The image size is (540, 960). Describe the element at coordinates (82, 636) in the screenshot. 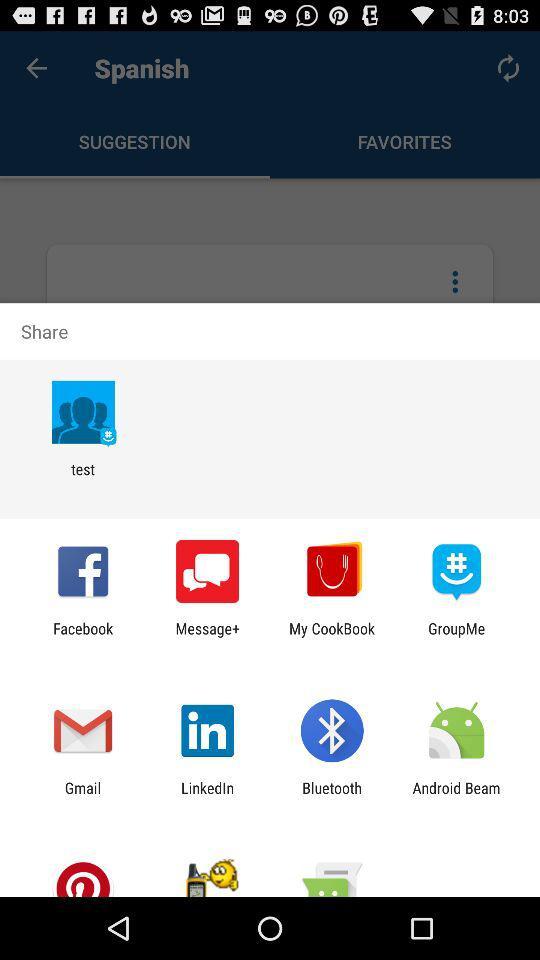

I see `app next to message+` at that location.